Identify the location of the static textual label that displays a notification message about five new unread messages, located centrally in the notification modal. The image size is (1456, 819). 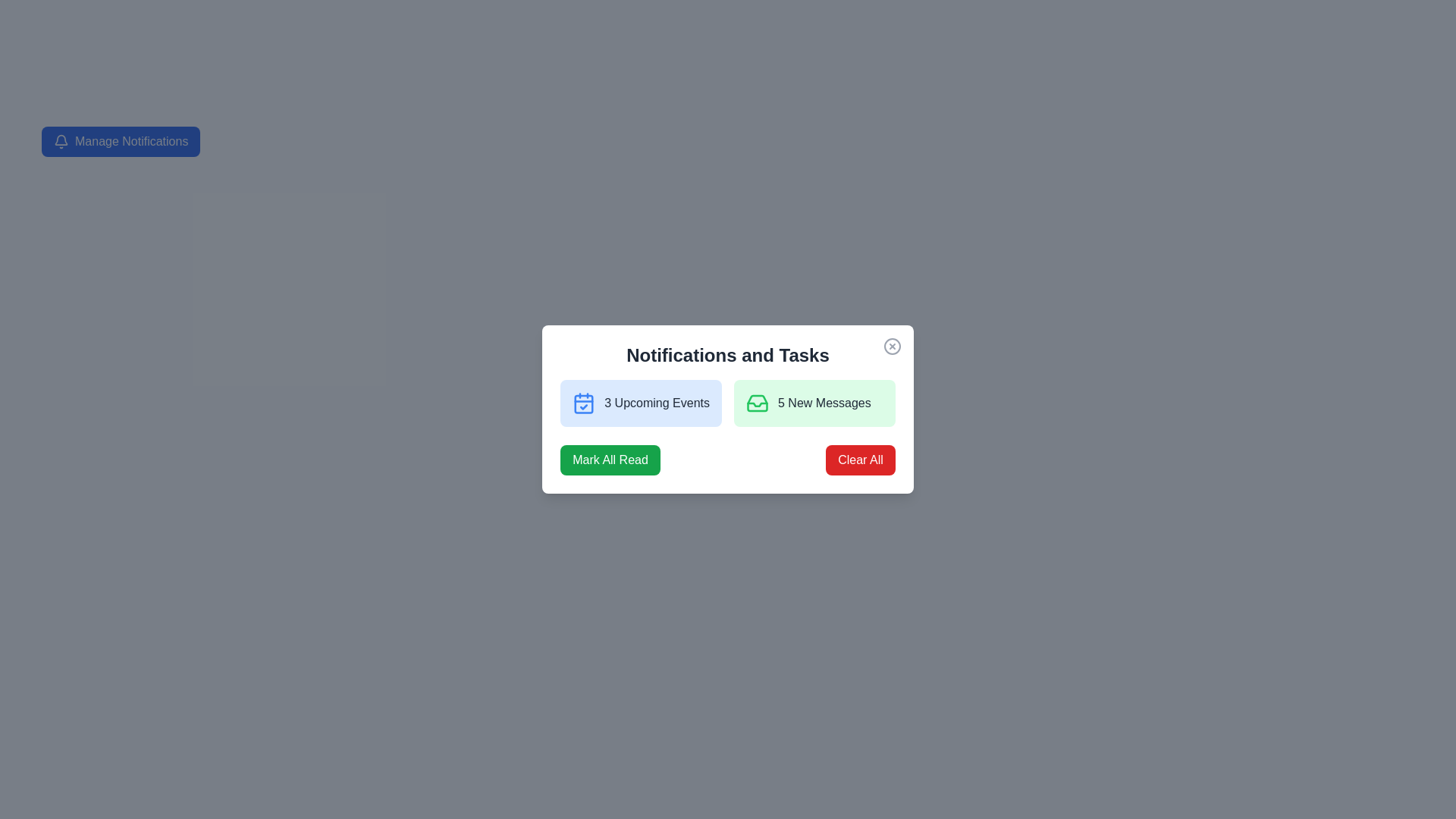
(824, 403).